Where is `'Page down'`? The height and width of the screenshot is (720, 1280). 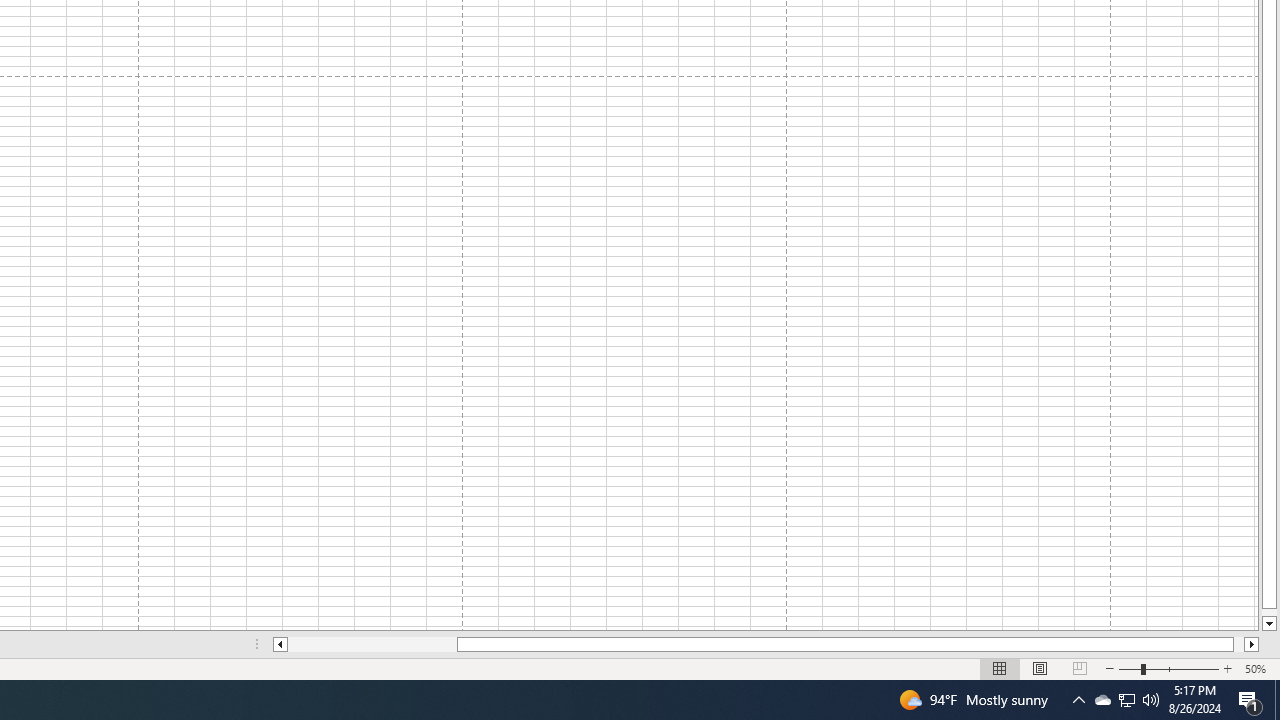
'Page down' is located at coordinates (1268, 611).